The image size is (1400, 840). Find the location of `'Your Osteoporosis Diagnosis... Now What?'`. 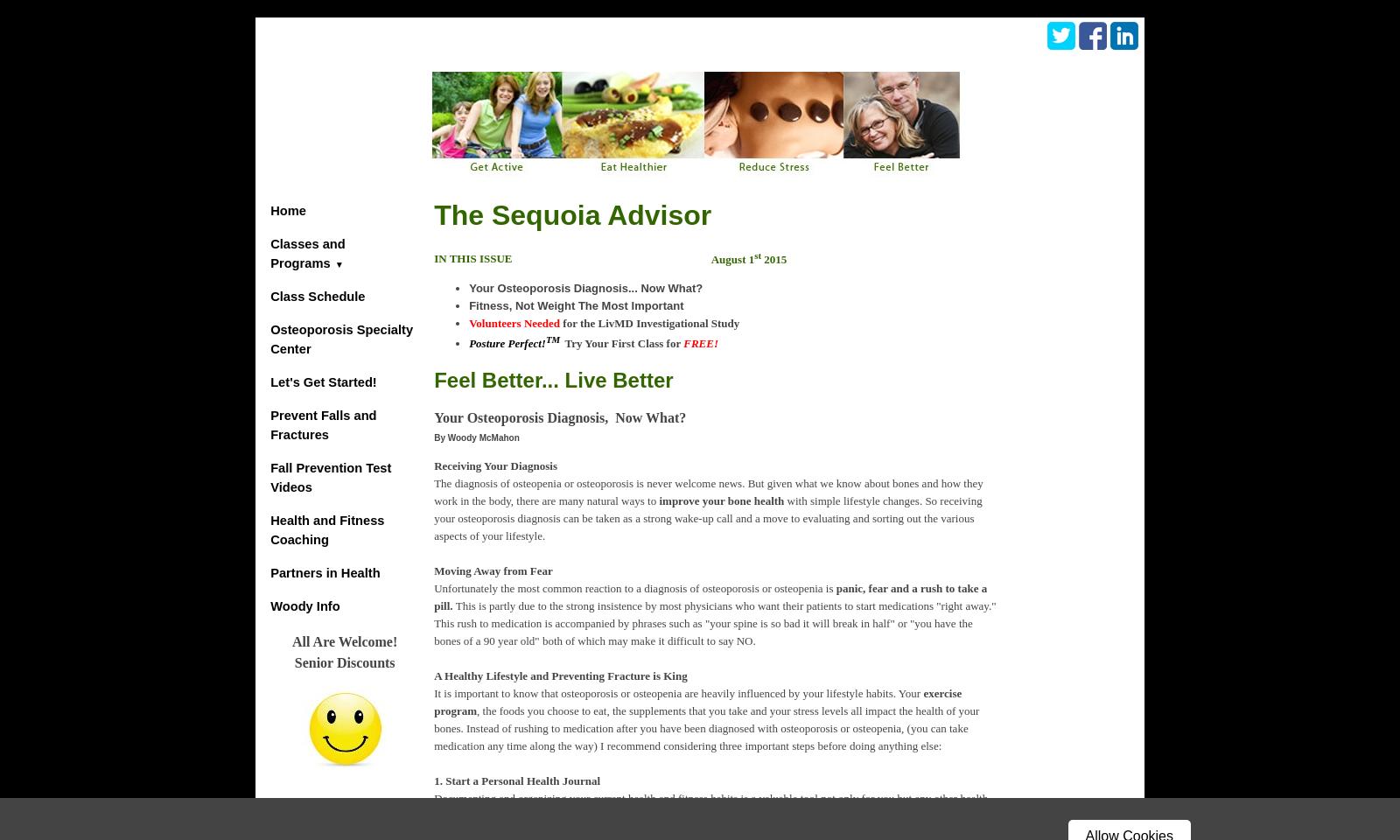

'Your Osteoporosis Diagnosis... Now What?' is located at coordinates (585, 287).